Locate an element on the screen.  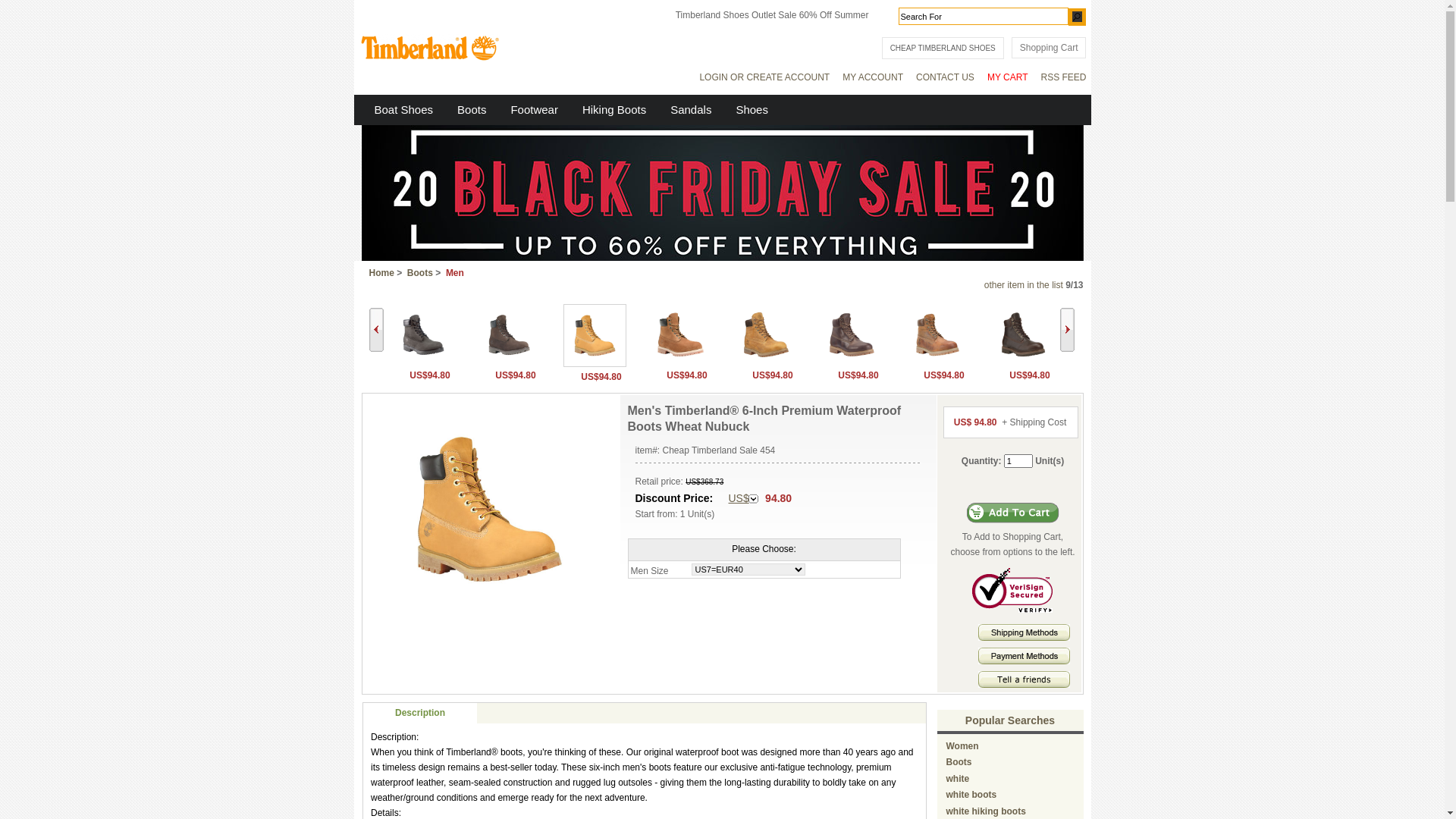
'Shipping Methods' is located at coordinates (1024, 637).